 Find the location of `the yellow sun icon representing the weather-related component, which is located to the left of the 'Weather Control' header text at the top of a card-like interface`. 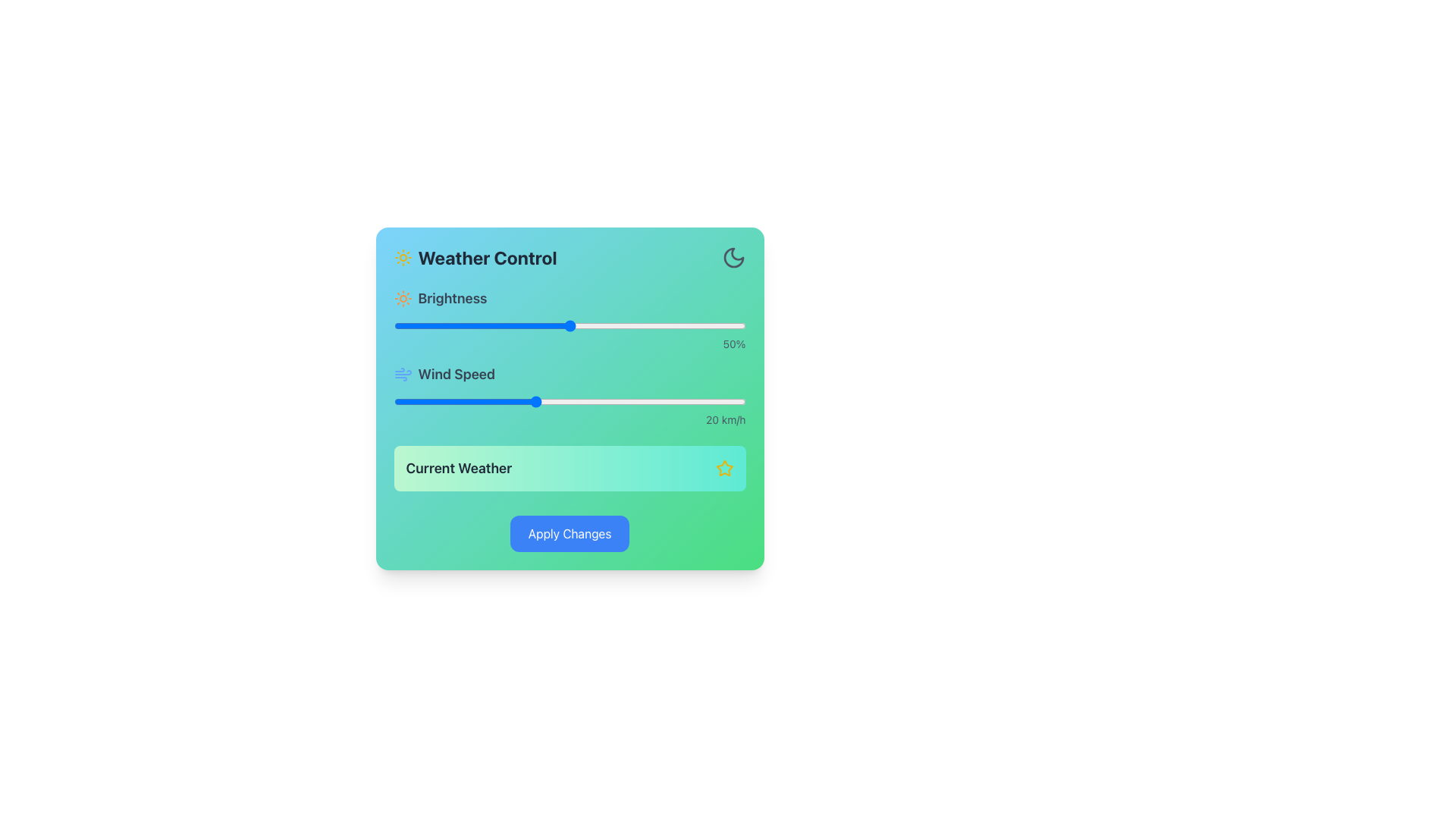

the yellow sun icon representing the weather-related component, which is located to the left of the 'Weather Control' header text at the top of a card-like interface is located at coordinates (403, 256).